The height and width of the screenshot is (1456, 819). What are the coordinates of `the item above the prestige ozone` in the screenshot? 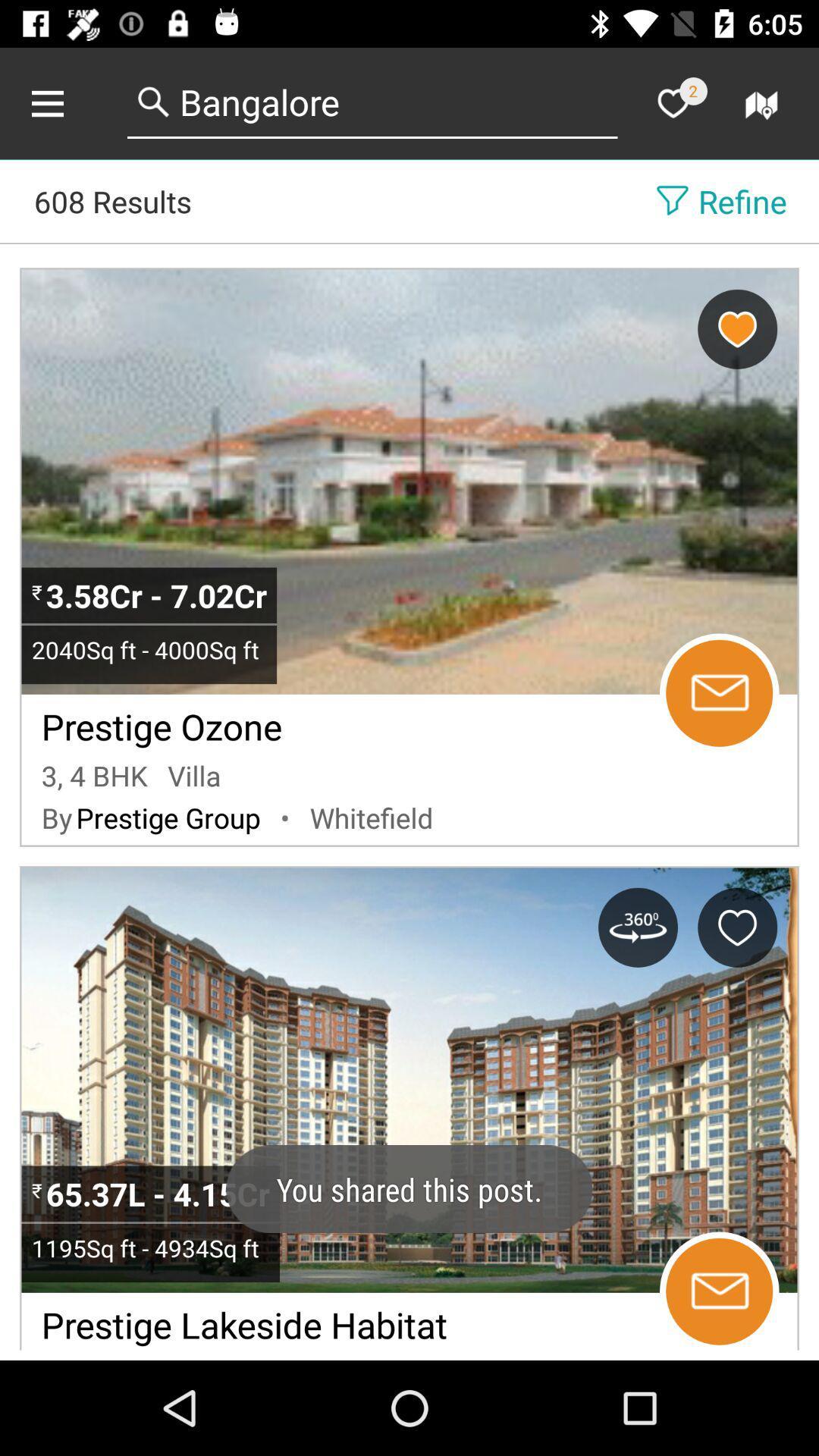 It's located at (149, 649).